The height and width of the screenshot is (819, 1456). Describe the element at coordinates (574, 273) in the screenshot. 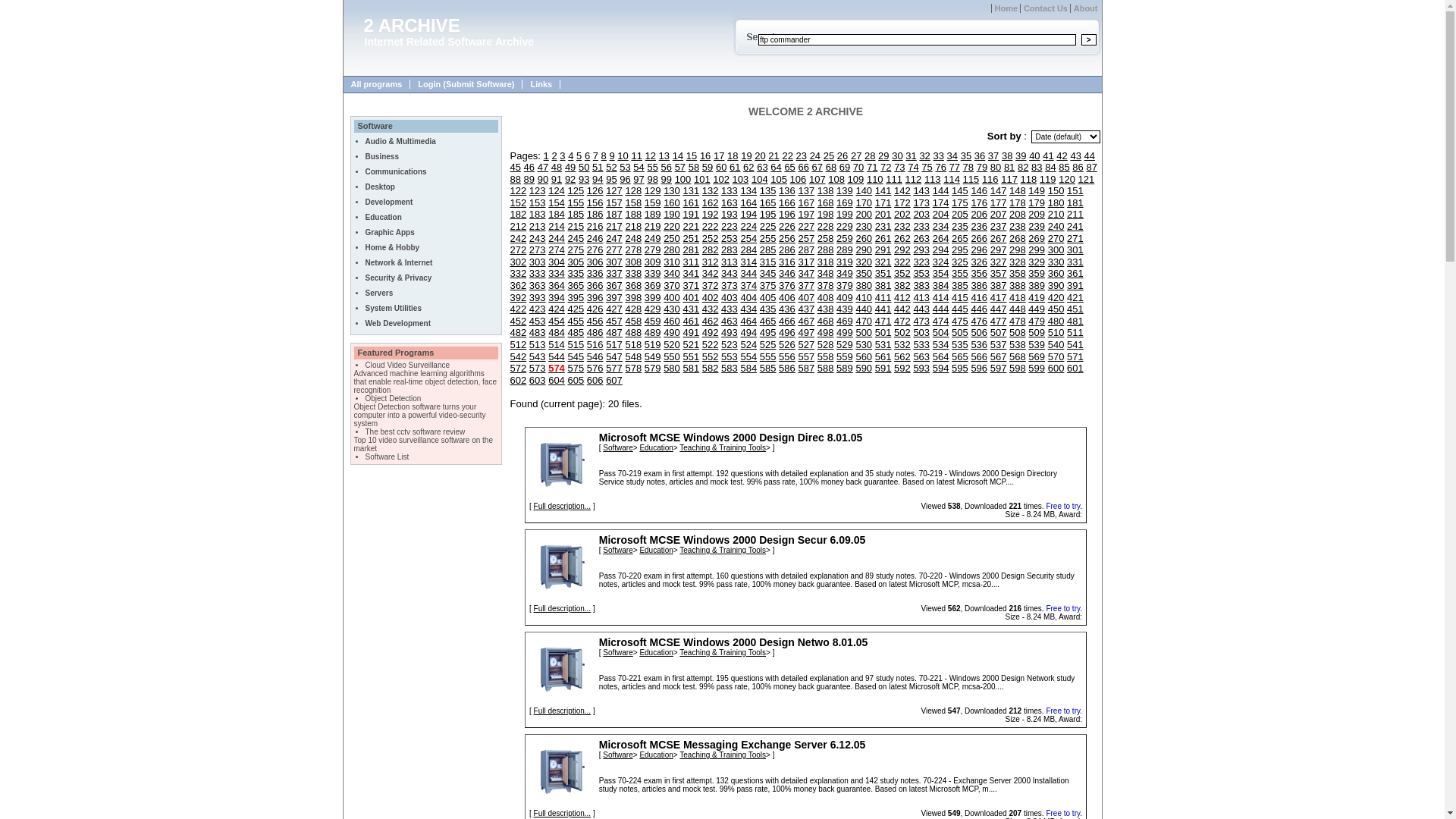

I see `'335'` at that location.